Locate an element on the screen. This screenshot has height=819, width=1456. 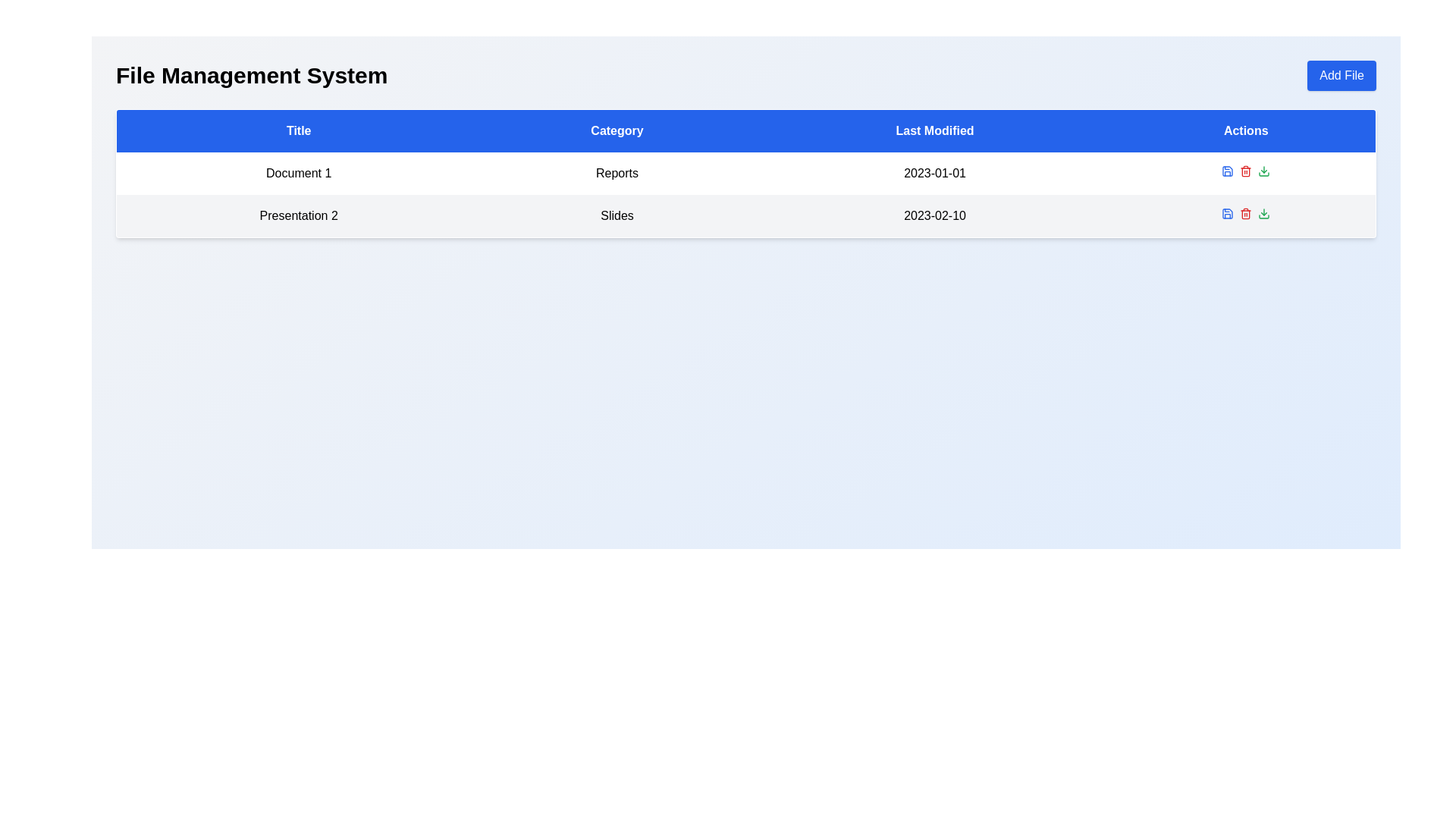
the third action icon button in the Actions column of the table row is located at coordinates (1264, 213).